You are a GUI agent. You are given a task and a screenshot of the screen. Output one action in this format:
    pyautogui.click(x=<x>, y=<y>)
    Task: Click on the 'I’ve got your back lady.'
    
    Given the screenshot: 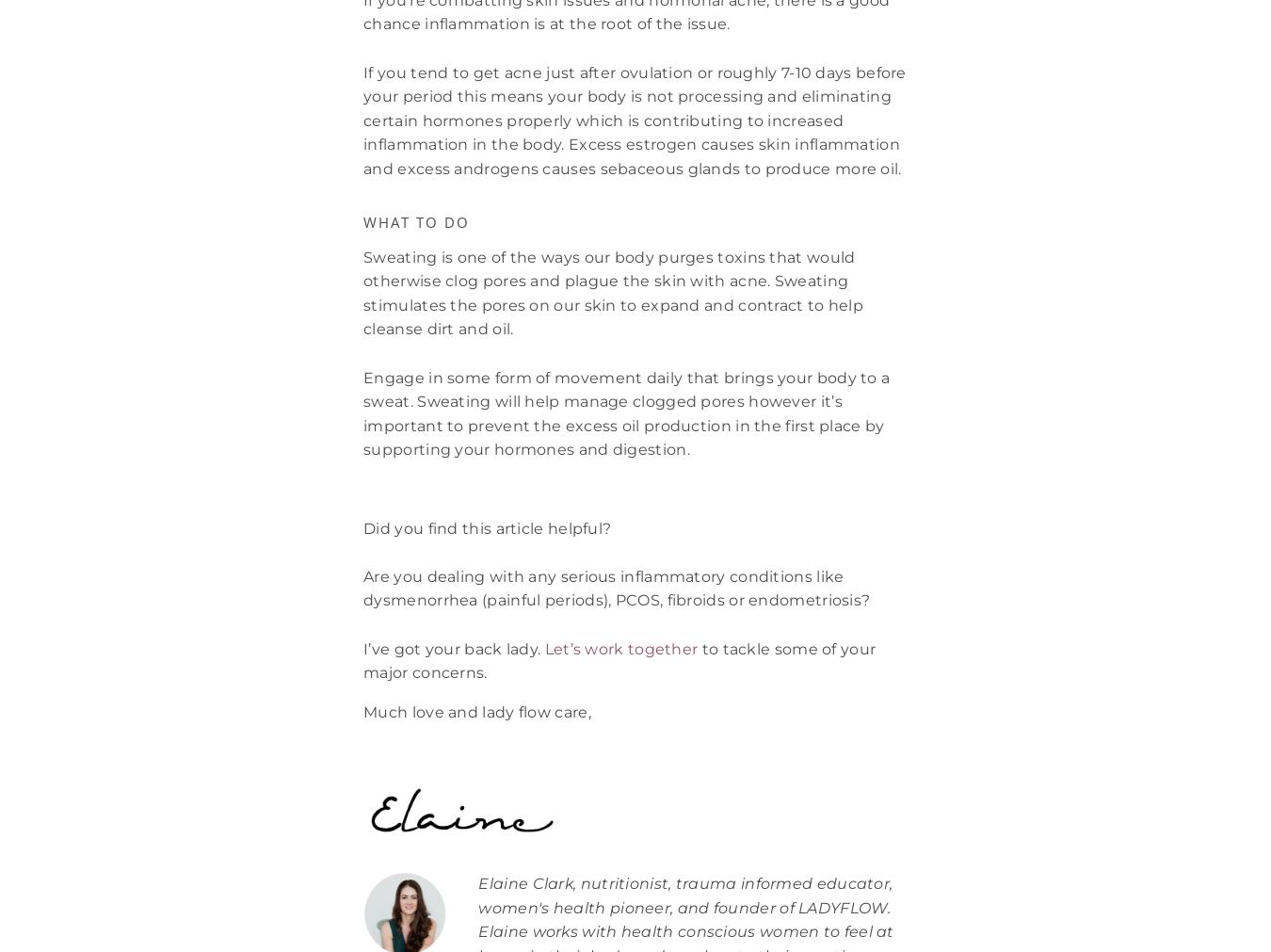 What is the action you would take?
    pyautogui.click(x=451, y=647)
    